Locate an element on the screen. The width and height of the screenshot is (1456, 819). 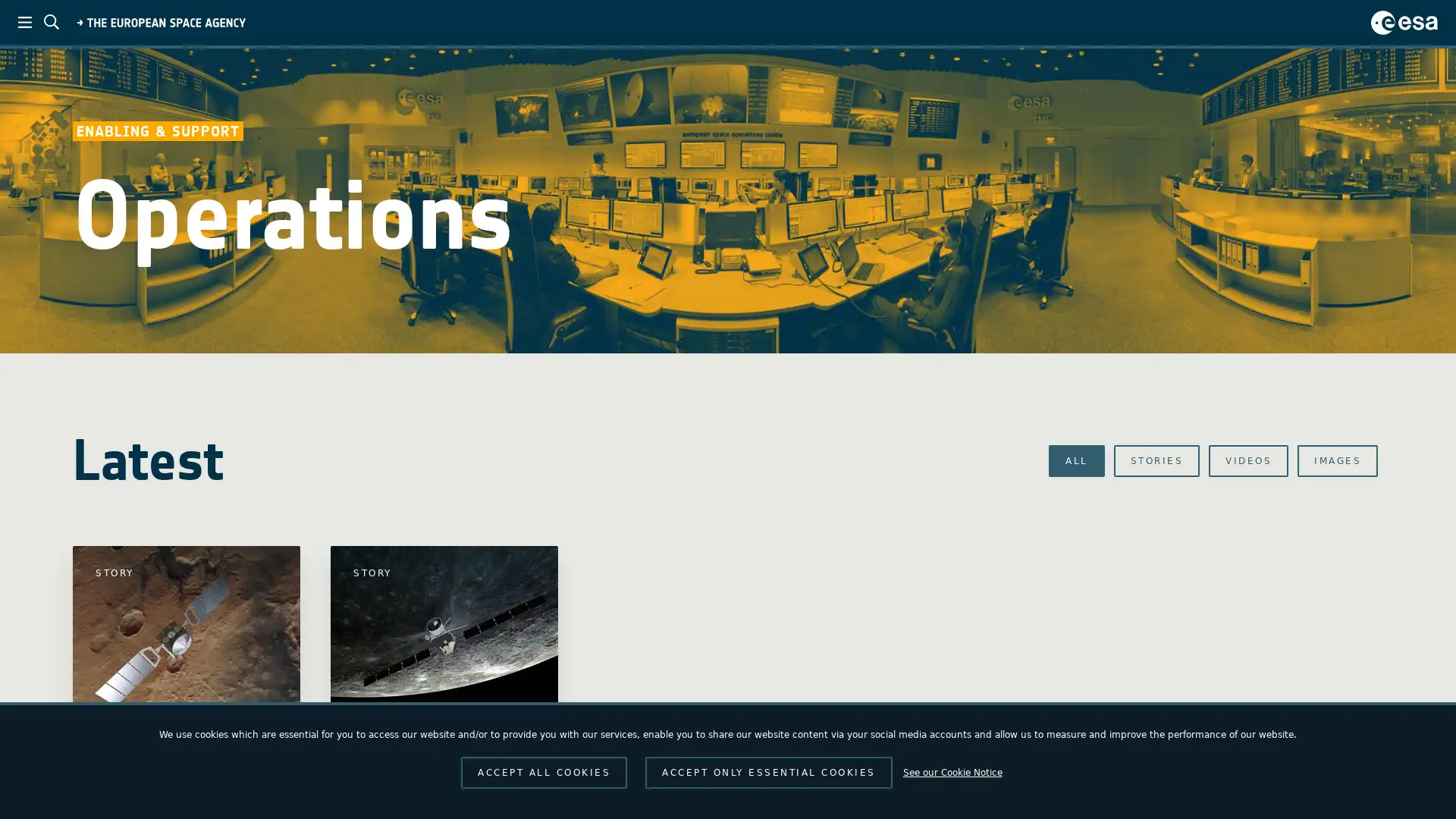
ESA search toggle is located at coordinates (51, 22).